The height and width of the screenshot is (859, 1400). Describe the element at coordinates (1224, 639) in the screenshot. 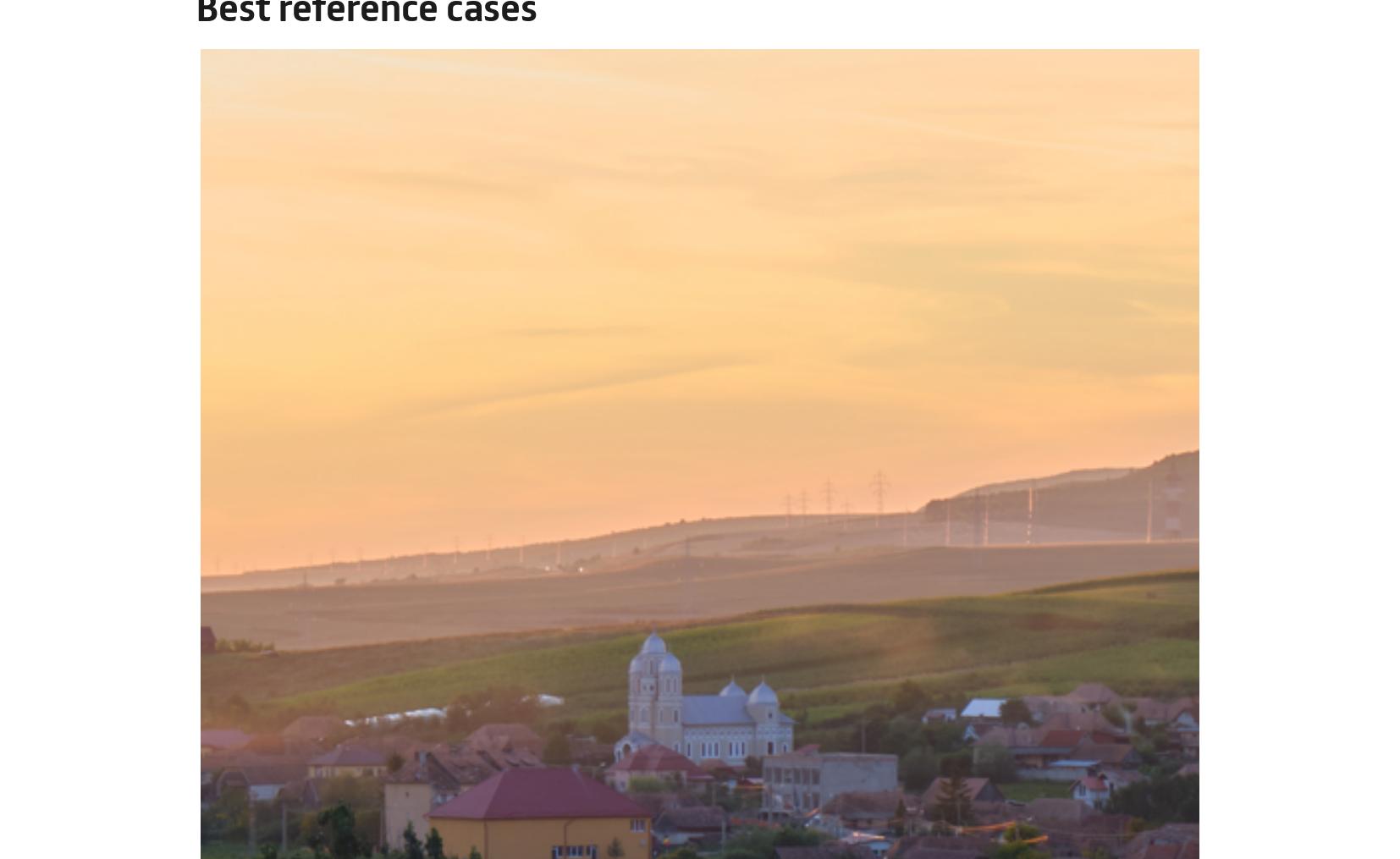

I see `'Allow all cookies'` at that location.